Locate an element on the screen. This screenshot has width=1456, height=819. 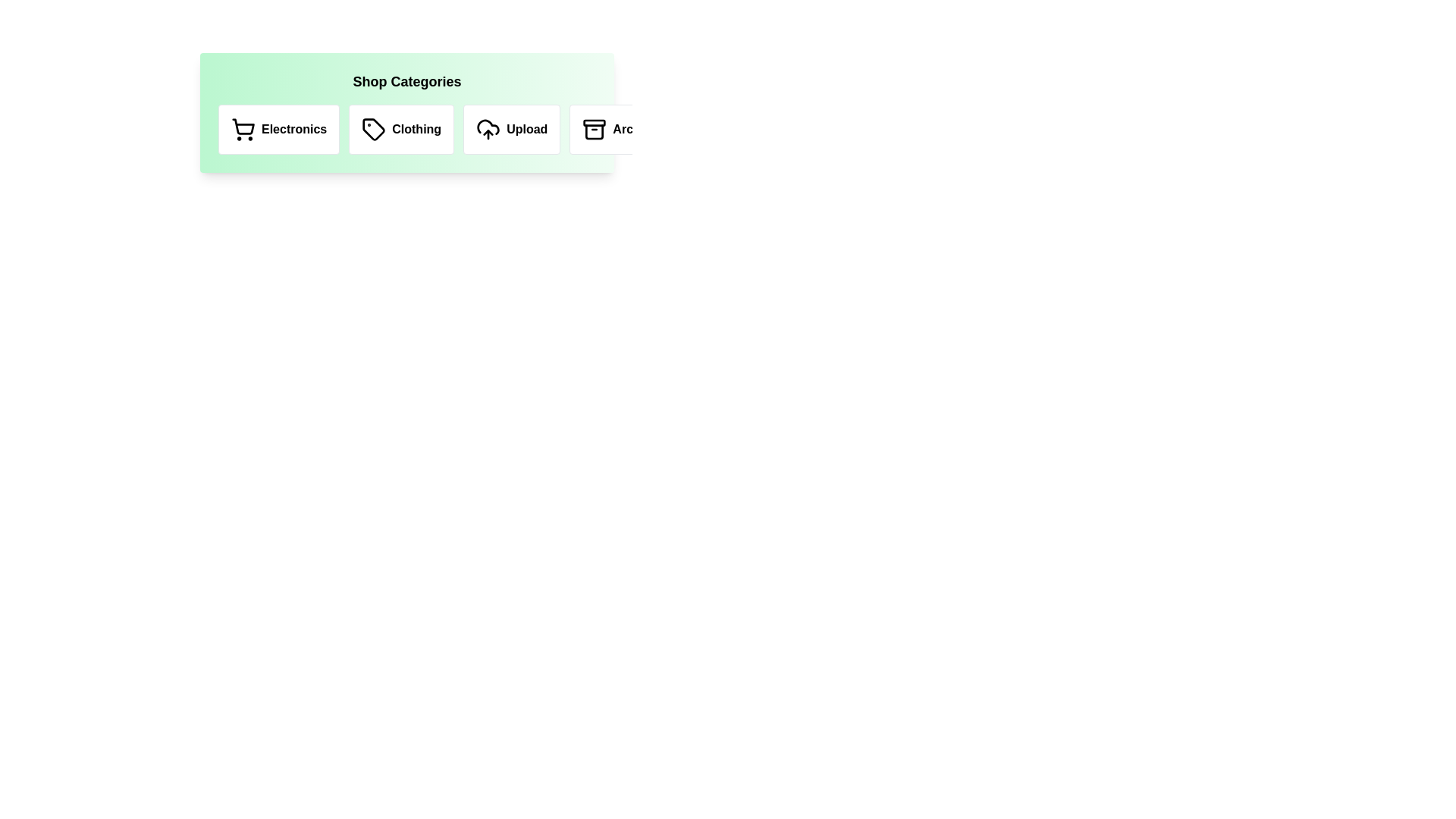
the Electronics category icon to trigger its hover effect is located at coordinates (279, 128).